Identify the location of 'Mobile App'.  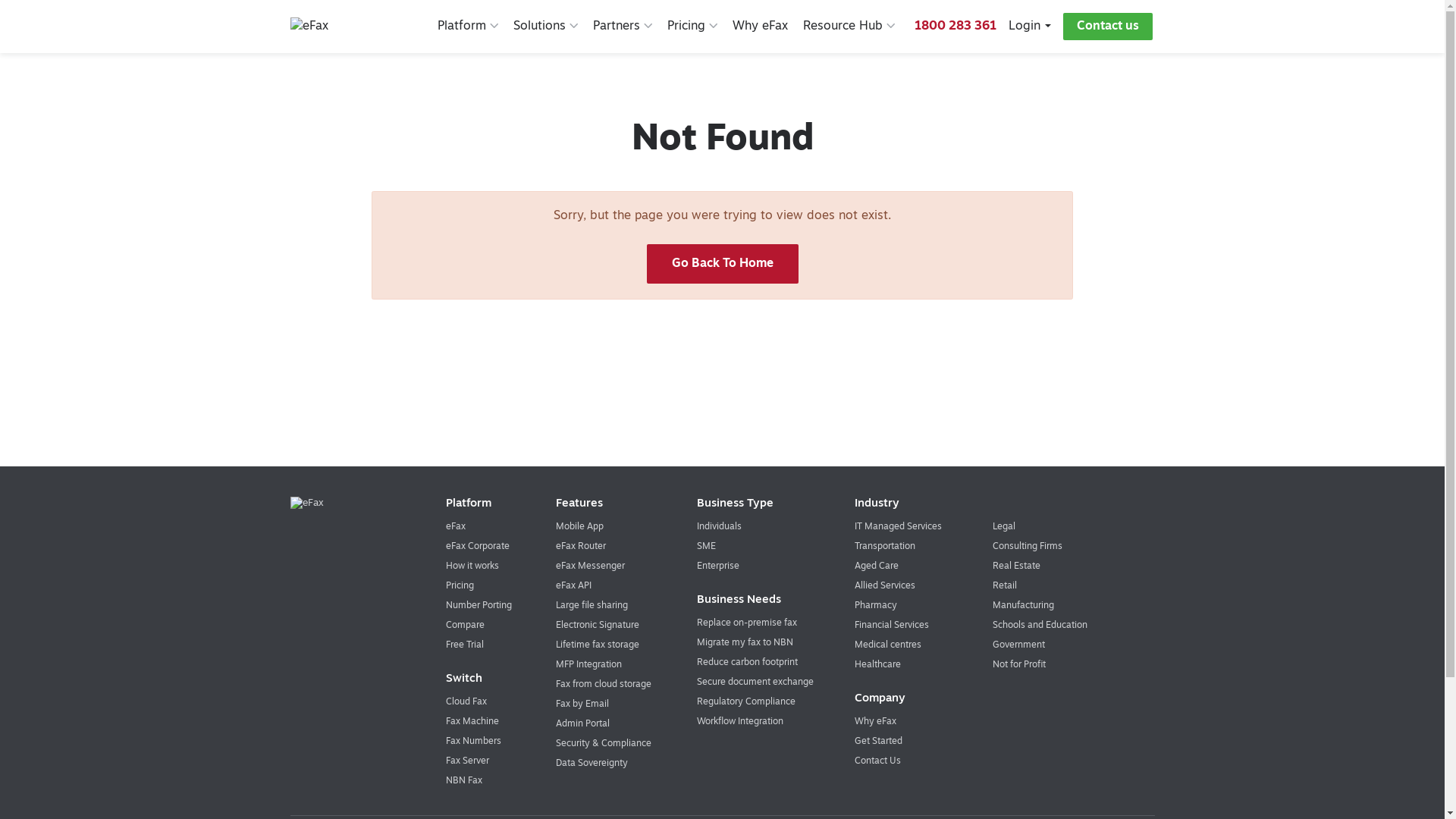
(579, 526).